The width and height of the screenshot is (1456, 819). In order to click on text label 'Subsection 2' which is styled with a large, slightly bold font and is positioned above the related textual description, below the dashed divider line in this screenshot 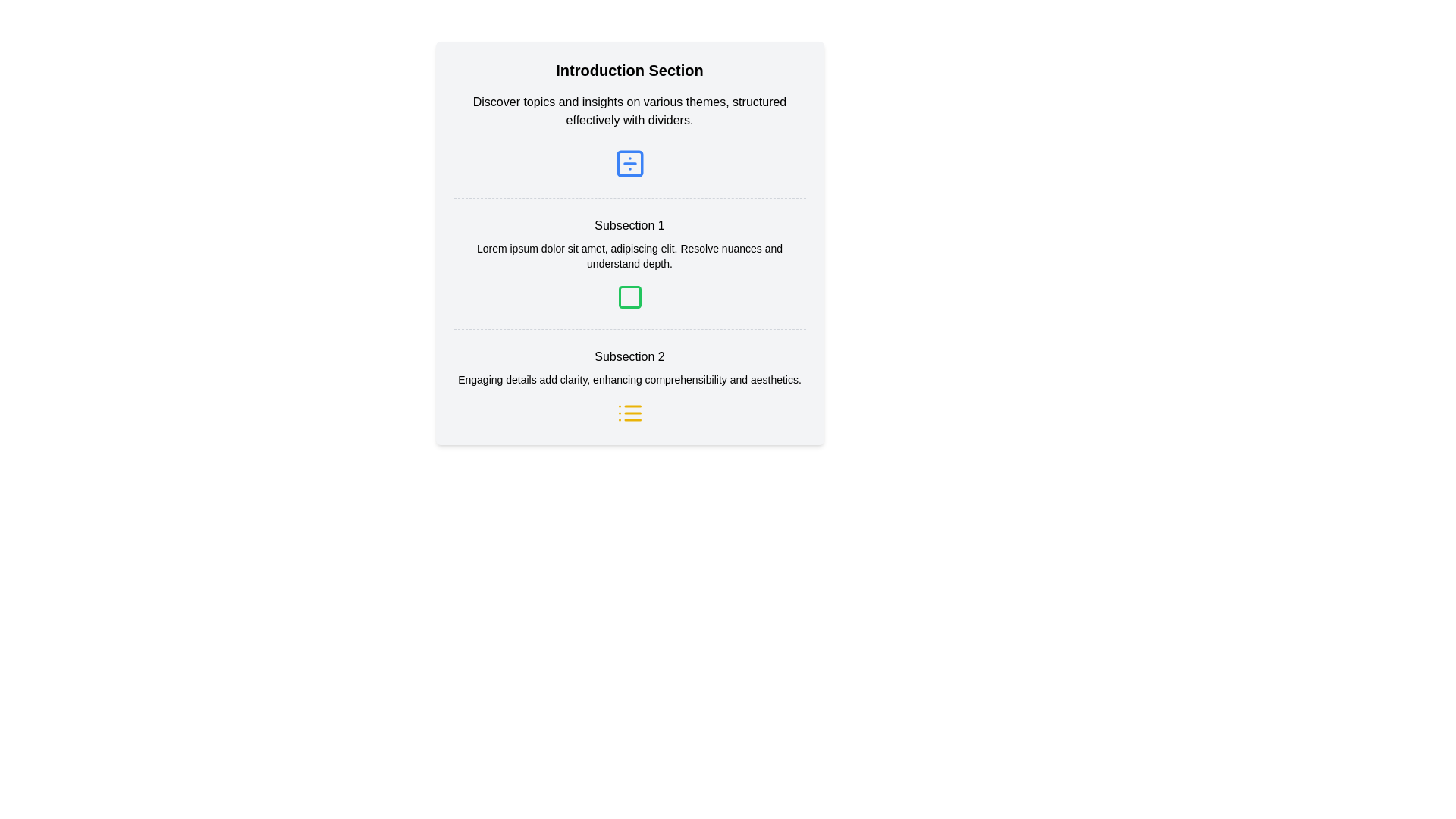, I will do `click(629, 356)`.